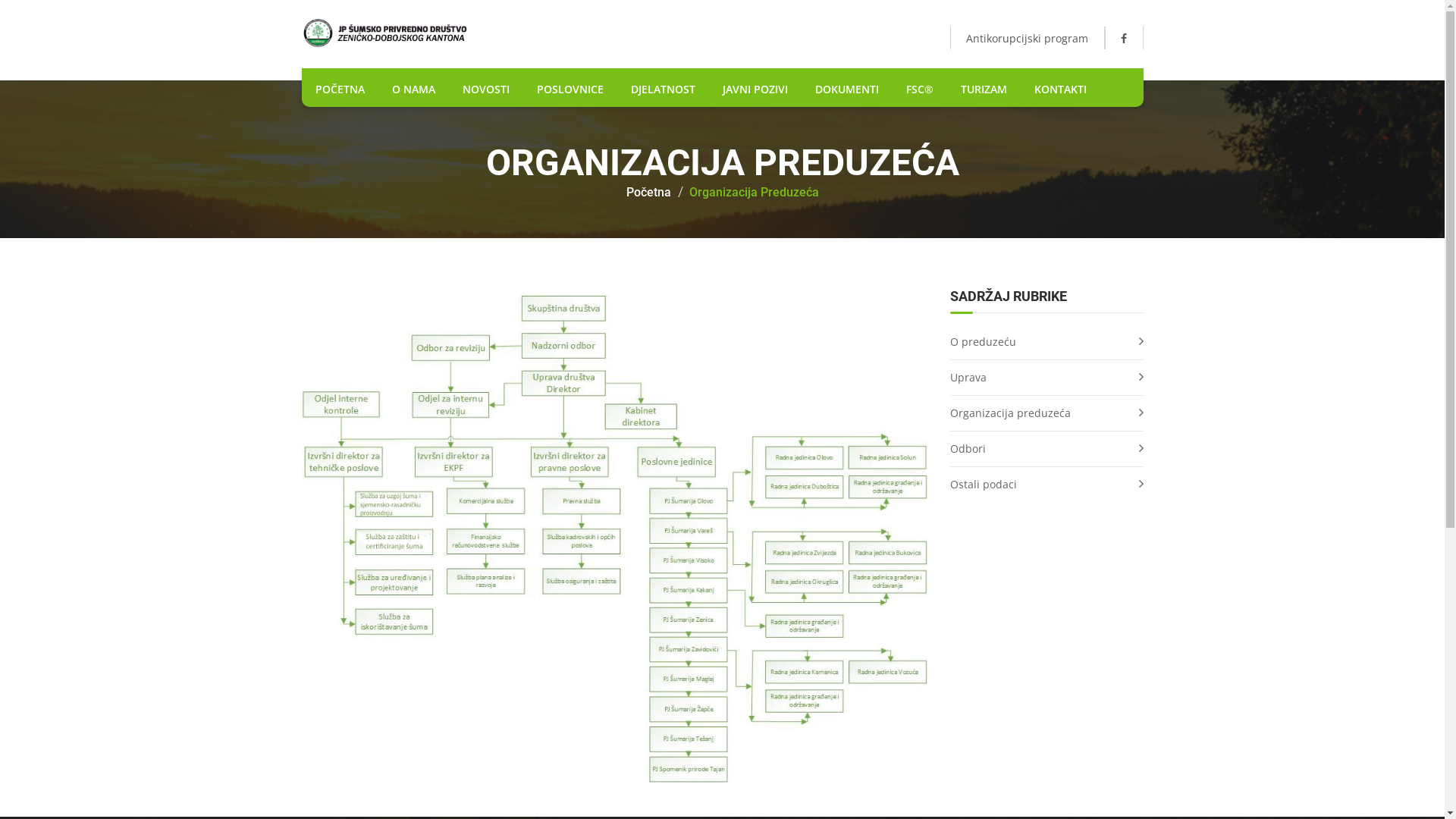 The width and height of the screenshot is (1456, 819). I want to click on 'Uprava', so click(1045, 376).